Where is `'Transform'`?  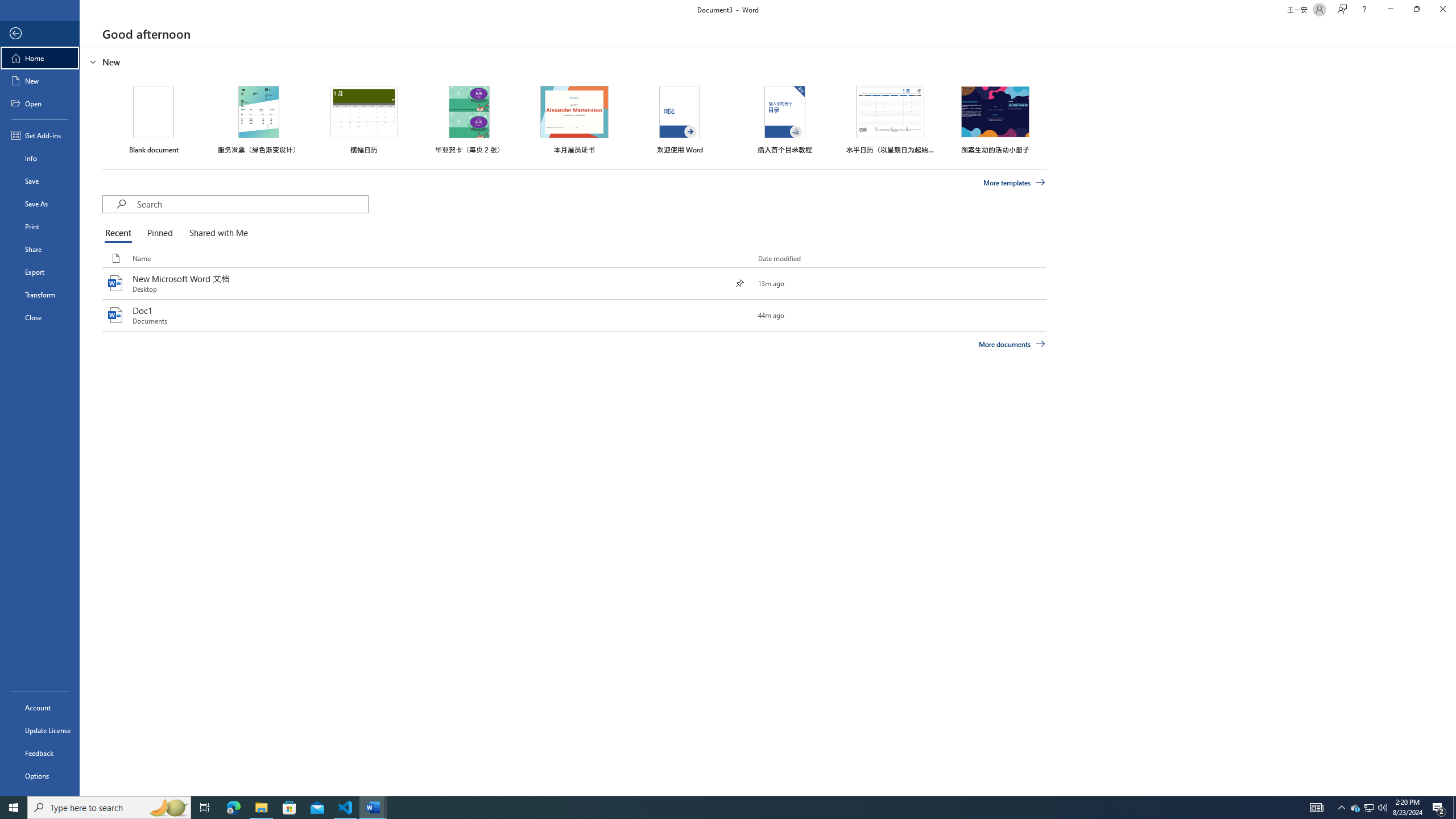
'Transform' is located at coordinates (39, 294).